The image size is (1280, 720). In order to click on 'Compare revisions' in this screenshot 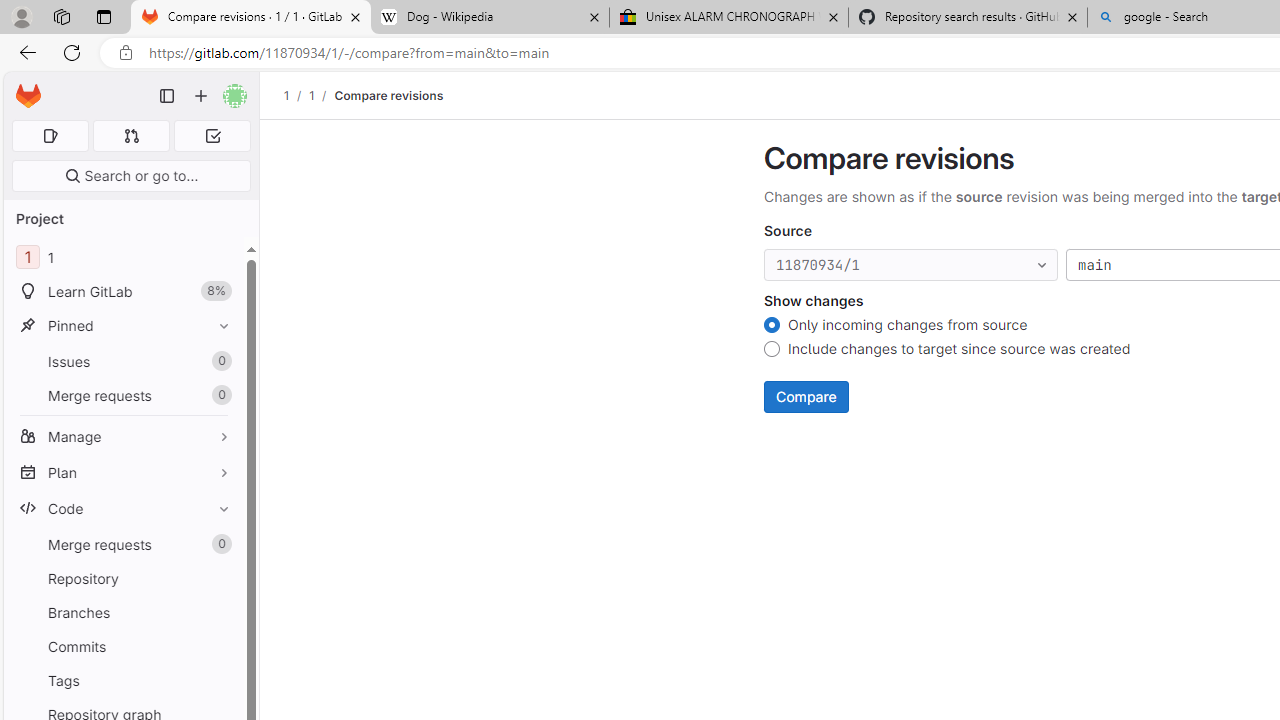, I will do `click(389, 95)`.